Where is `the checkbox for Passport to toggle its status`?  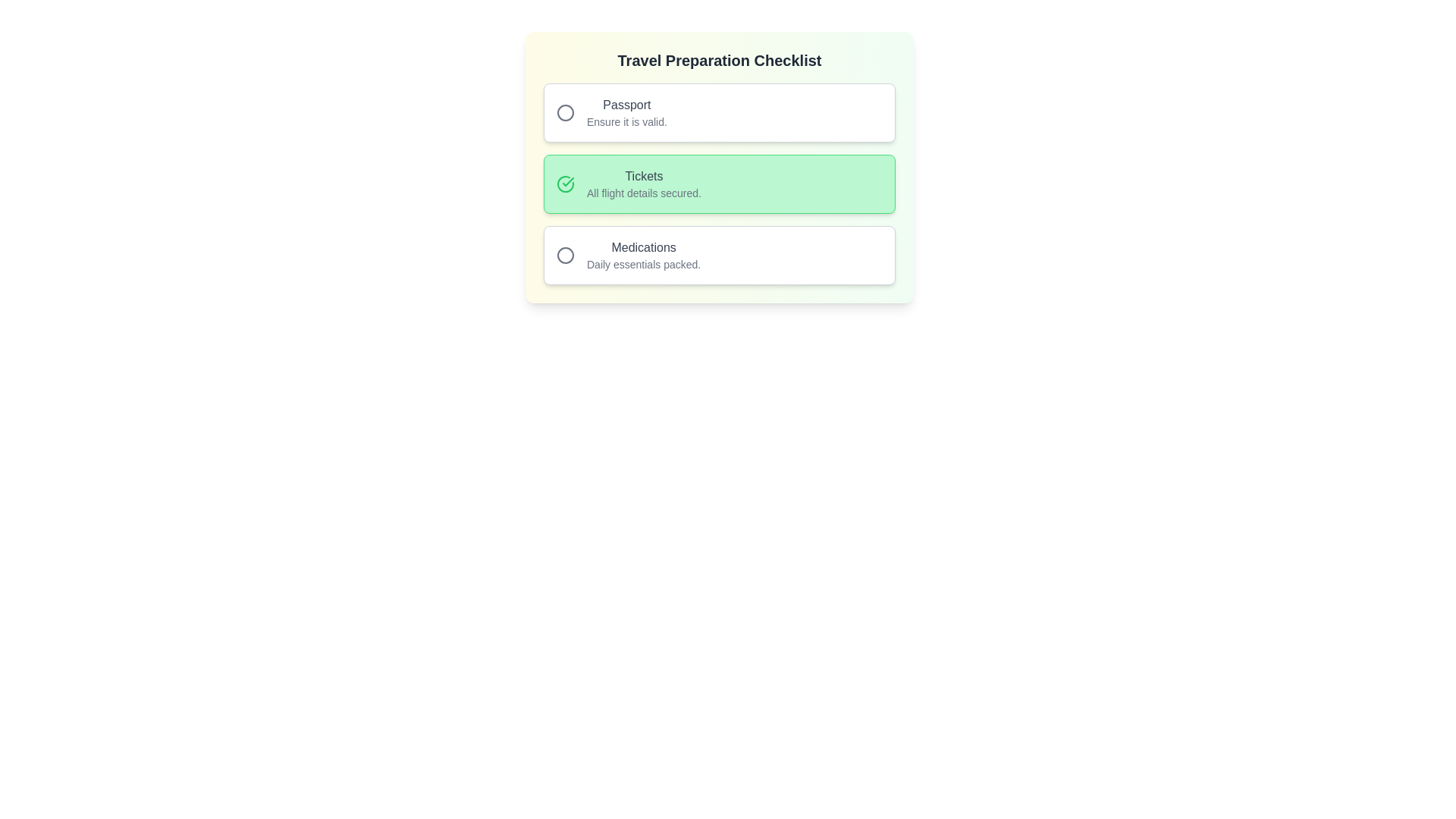
the checkbox for Passport to toggle its status is located at coordinates (719, 112).